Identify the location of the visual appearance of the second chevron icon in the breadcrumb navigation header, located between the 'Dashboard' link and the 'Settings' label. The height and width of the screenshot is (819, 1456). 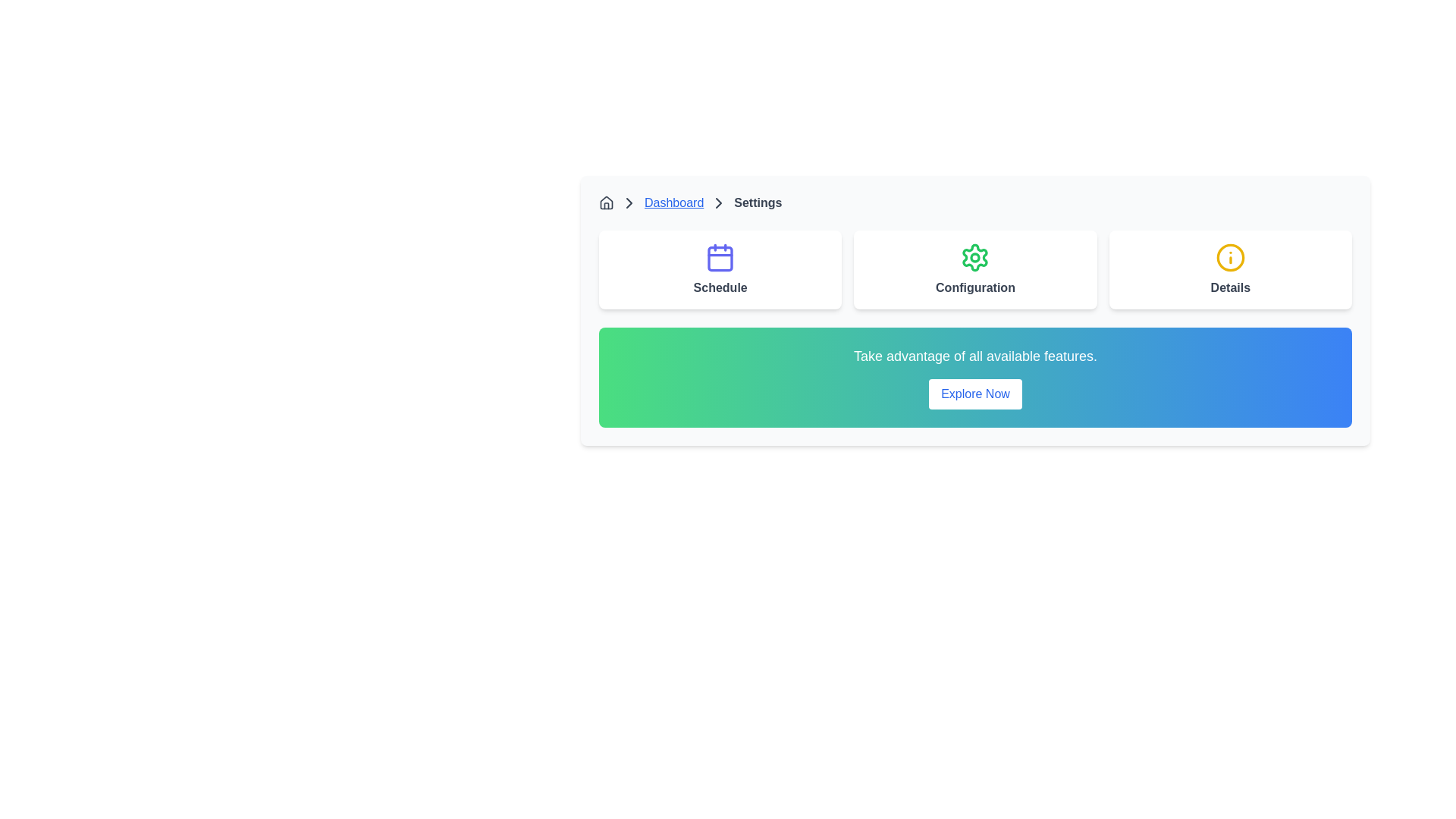
(718, 202).